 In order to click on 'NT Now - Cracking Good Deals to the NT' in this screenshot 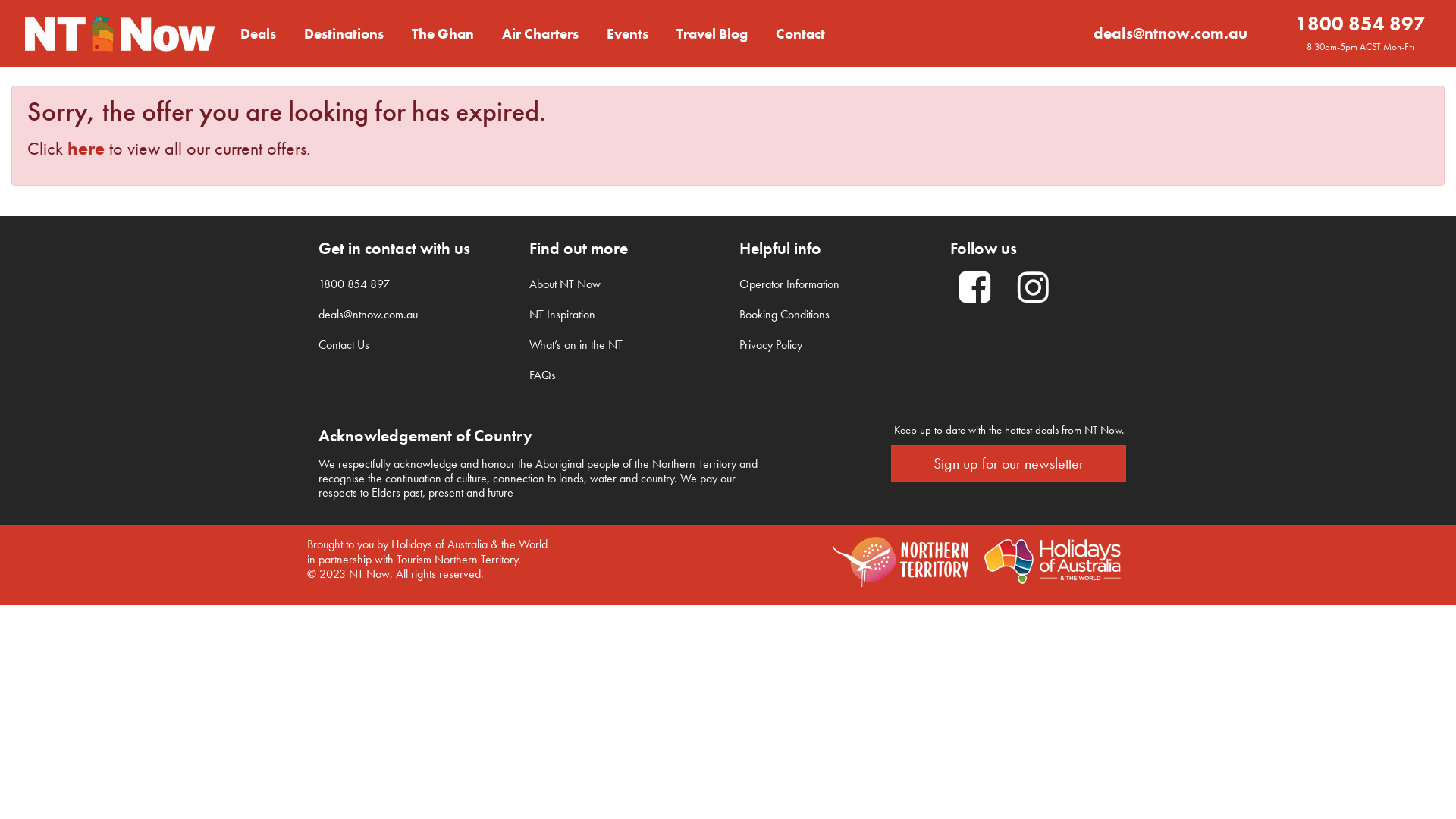, I will do `click(23, 33)`.